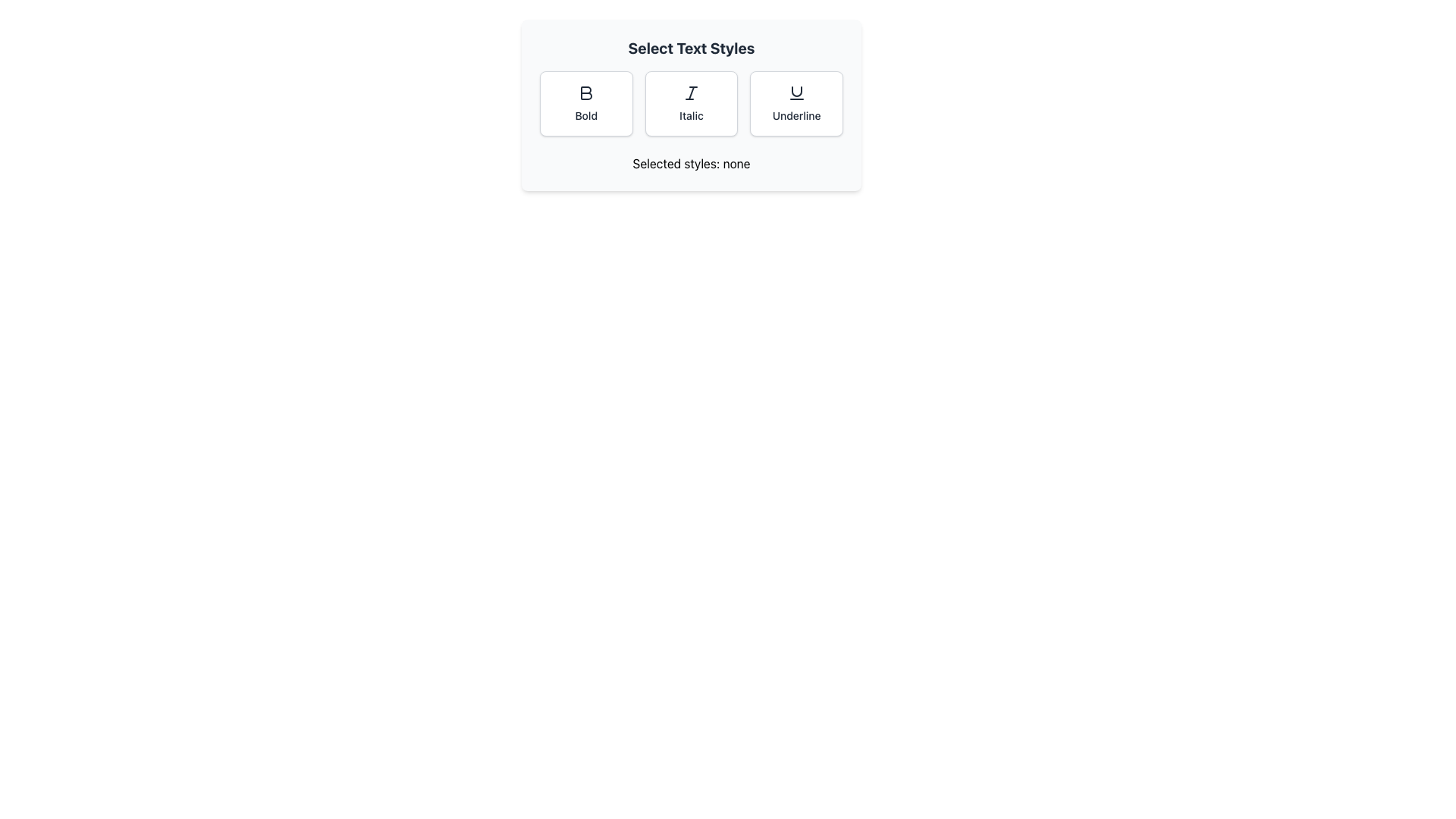 The image size is (1456, 819). What do you see at coordinates (691, 103) in the screenshot?
I see `the toggle button for italic styling, which is positioned between the 'Bold' button and the 'Underline' button, to observe the animation` at bounding box center [691, 103].